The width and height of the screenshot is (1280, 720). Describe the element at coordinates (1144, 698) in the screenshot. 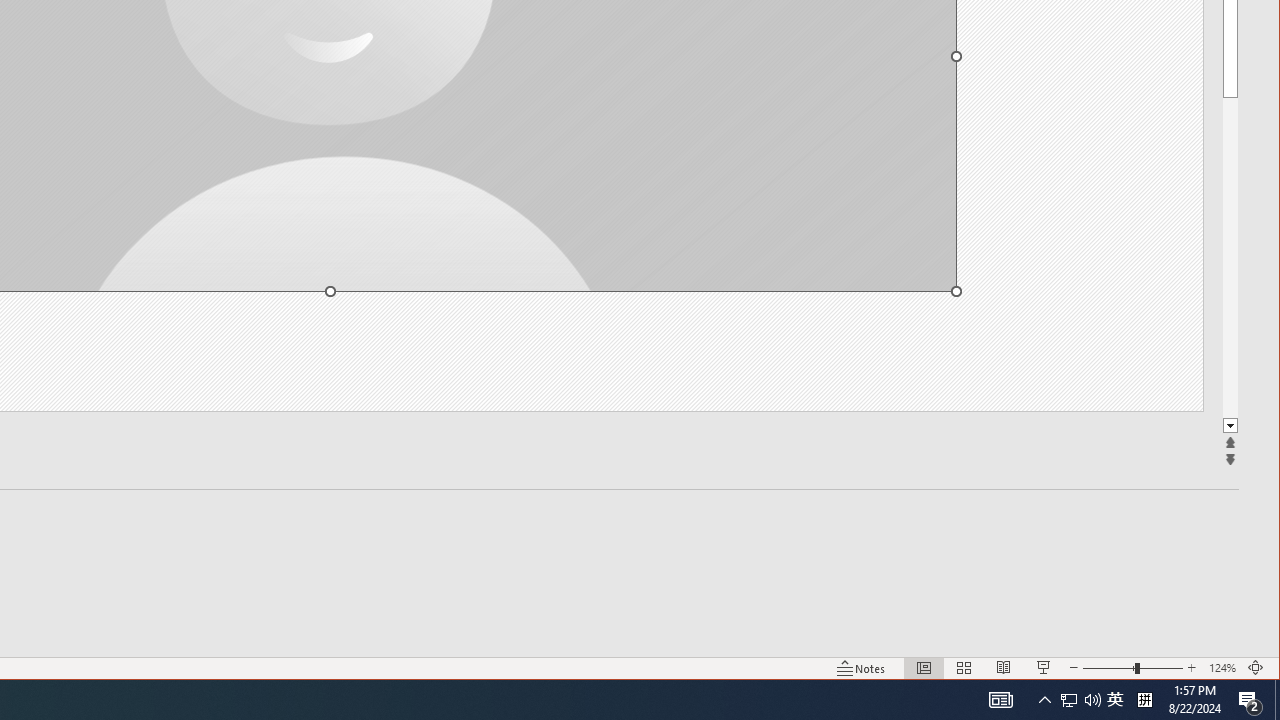

I see `'Tray Input Indicator - Chinese (Simplified, China)'` at that location.